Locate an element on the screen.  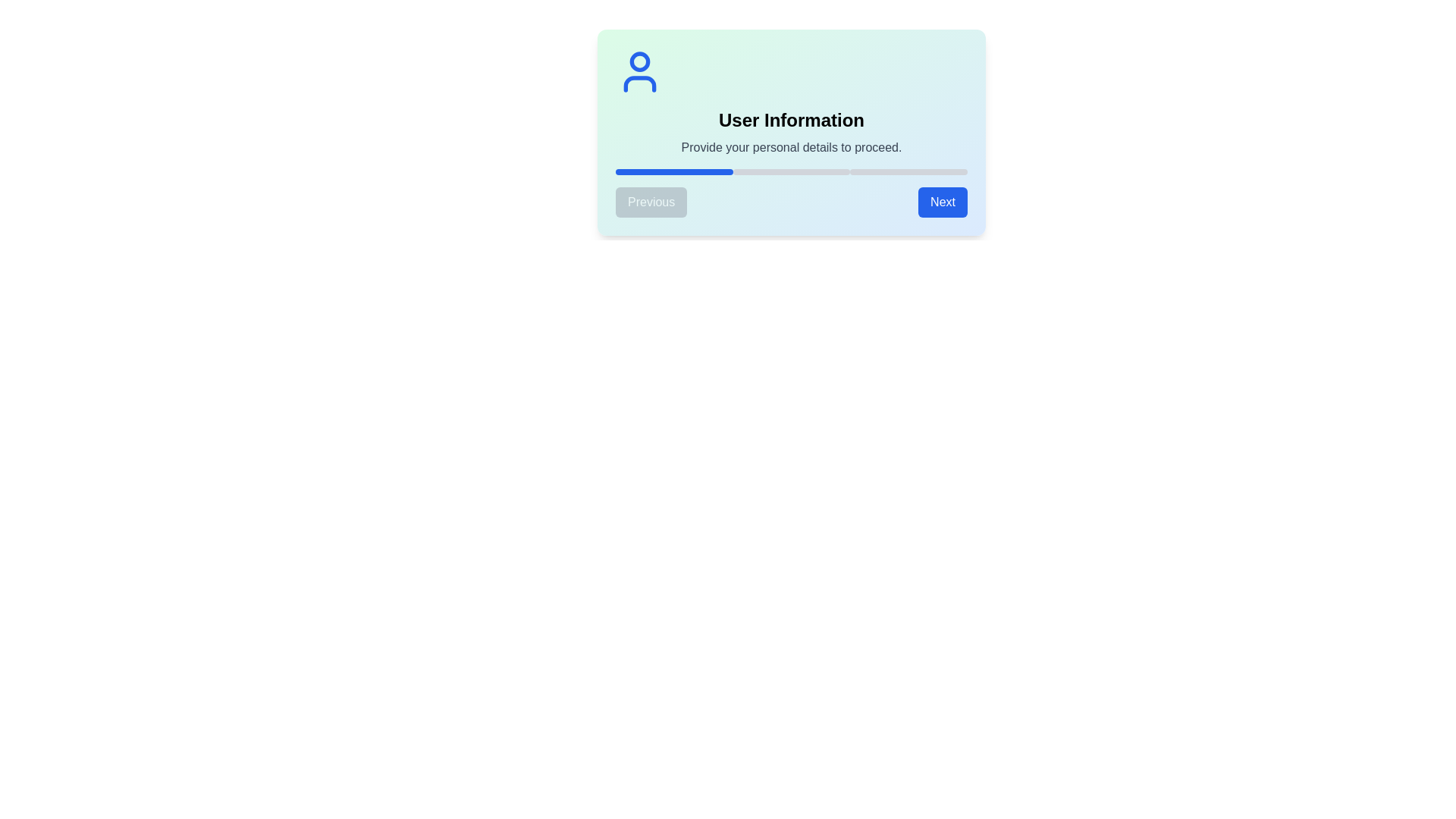
'Previous' button to go back to the previous step is located at coordinates (651, 201).